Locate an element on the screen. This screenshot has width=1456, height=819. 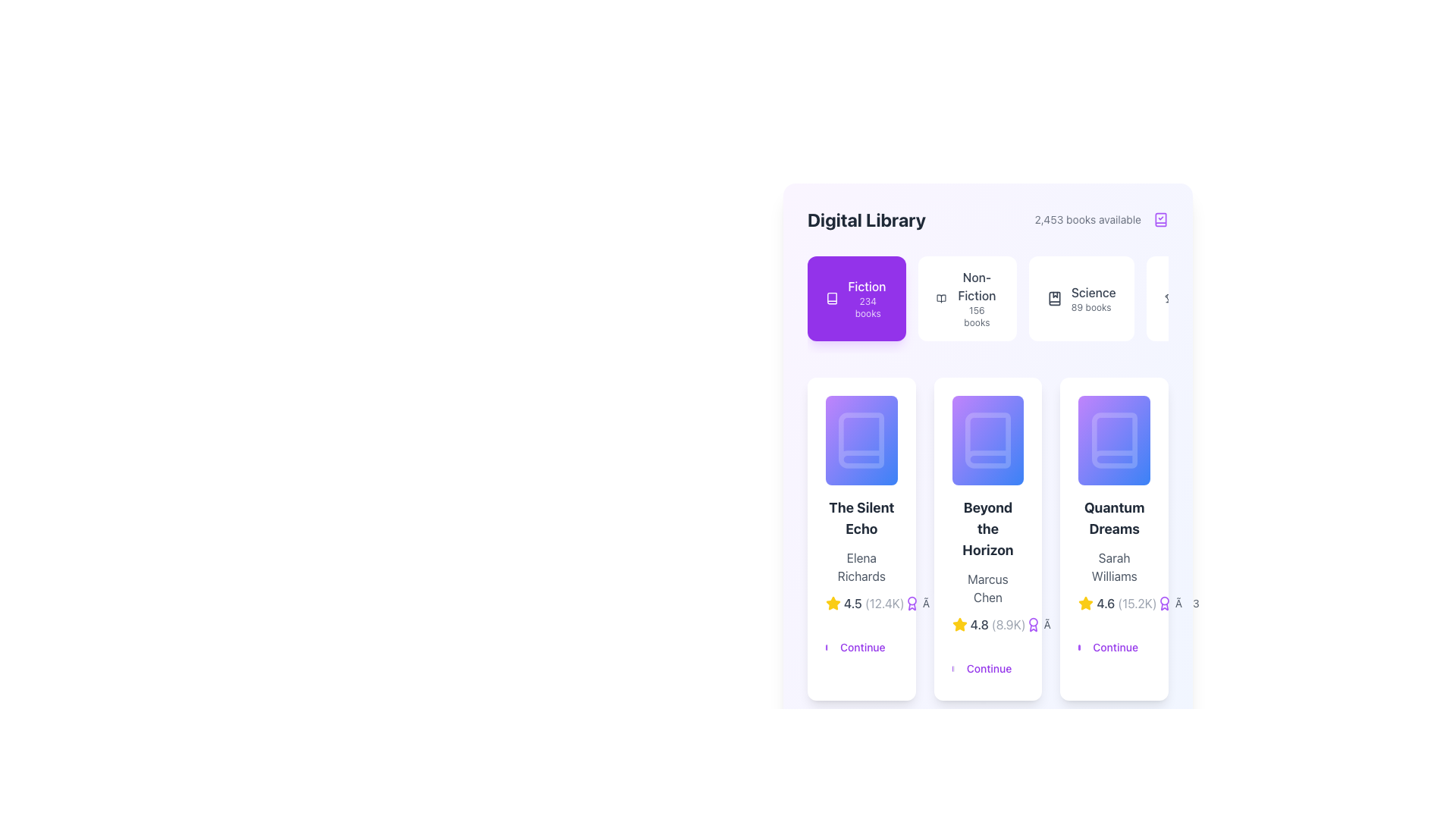
the interactive link/button for 'Beyond the Horizon' is located at coordinates (987, 662).